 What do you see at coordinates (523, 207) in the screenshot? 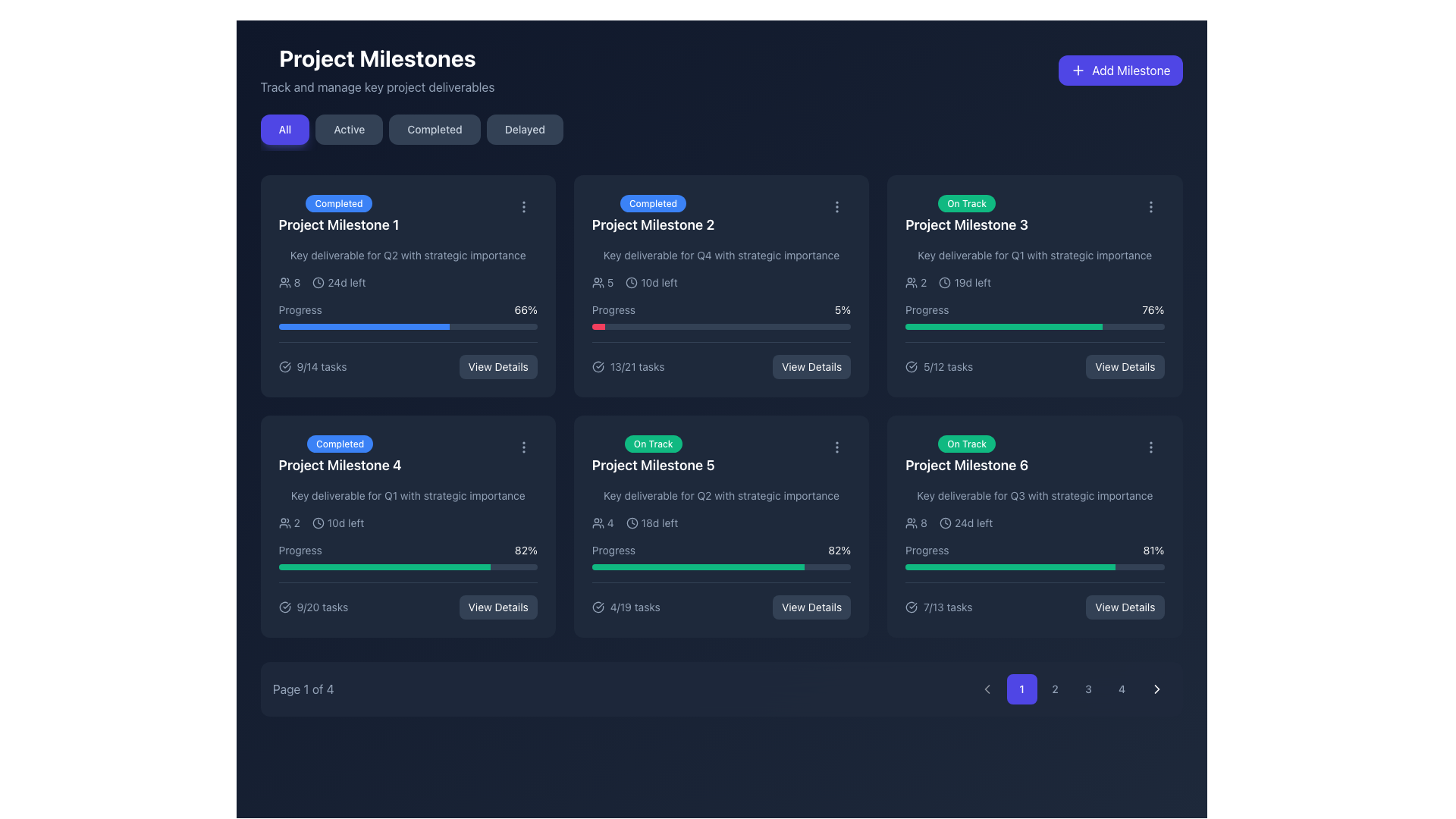
I see `the vertical ellipsis icon button located at the top-right corner of the 'Project Milestone 1' card` at bounding box center [523, 207].